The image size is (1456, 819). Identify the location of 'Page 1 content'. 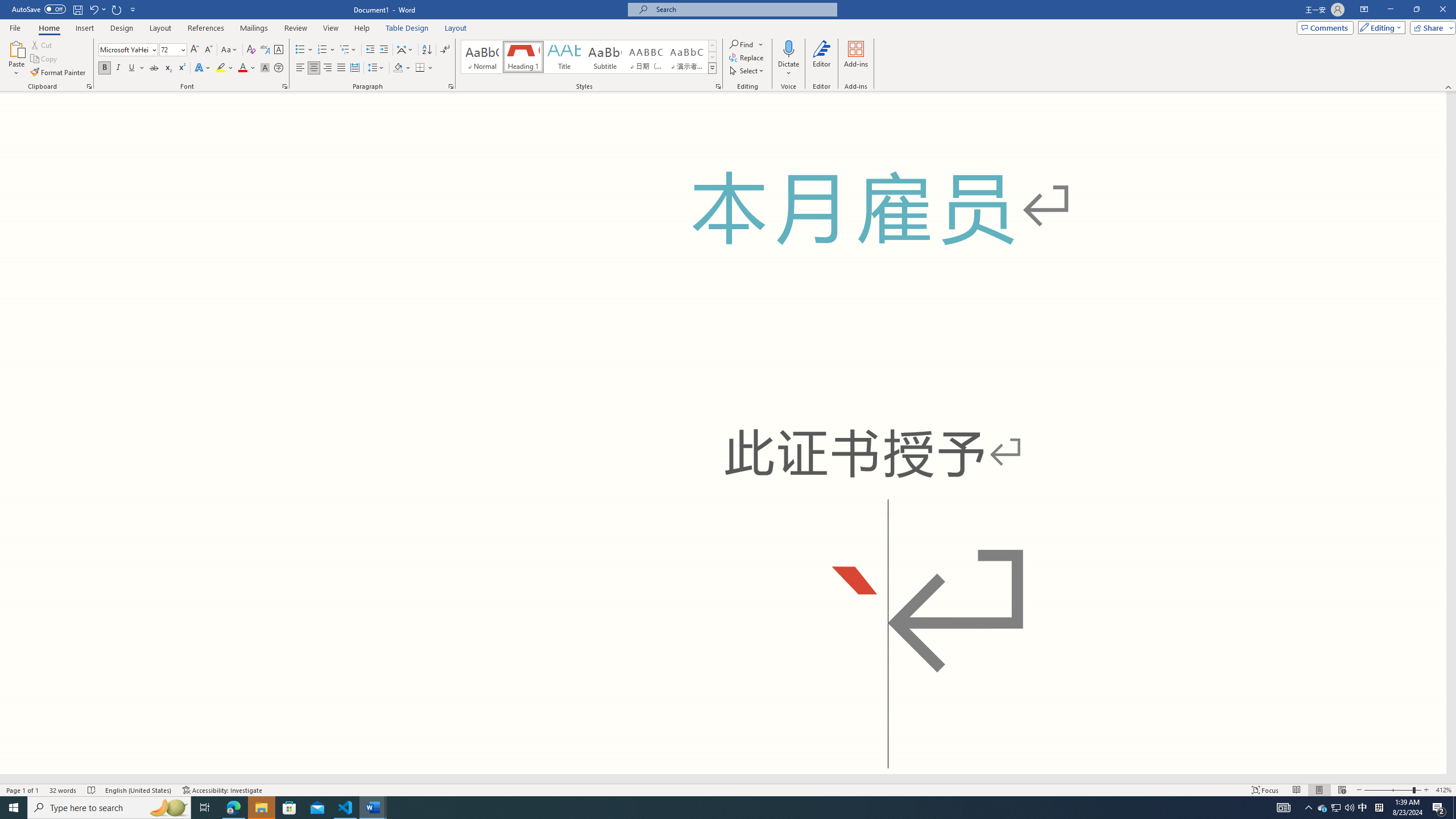
(723, 433).